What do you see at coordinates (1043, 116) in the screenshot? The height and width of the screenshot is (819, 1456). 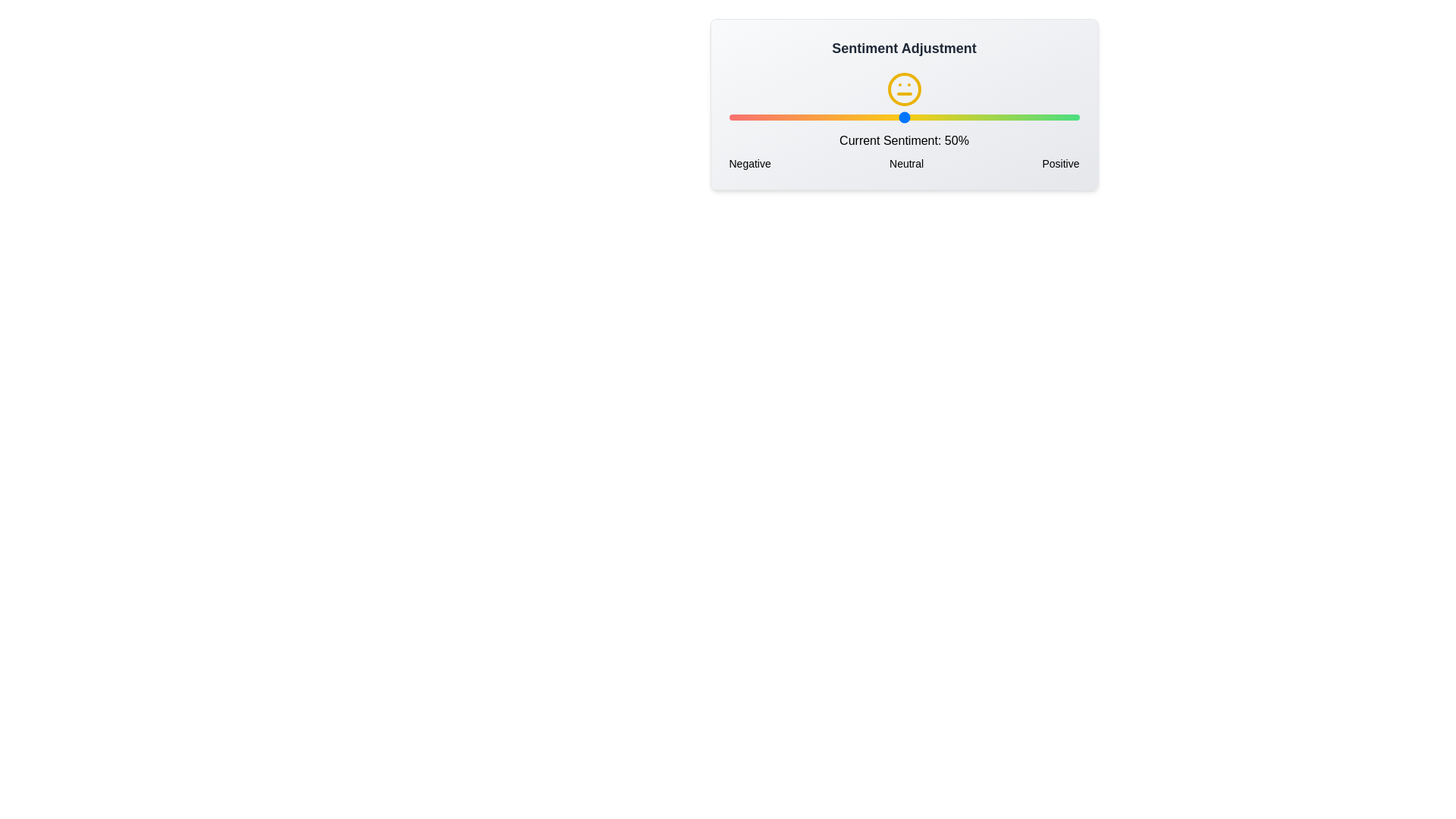 I see `the sentiment slider to 90% to observe the corresponding sentiment icon` at bounding box center [1043, 116].